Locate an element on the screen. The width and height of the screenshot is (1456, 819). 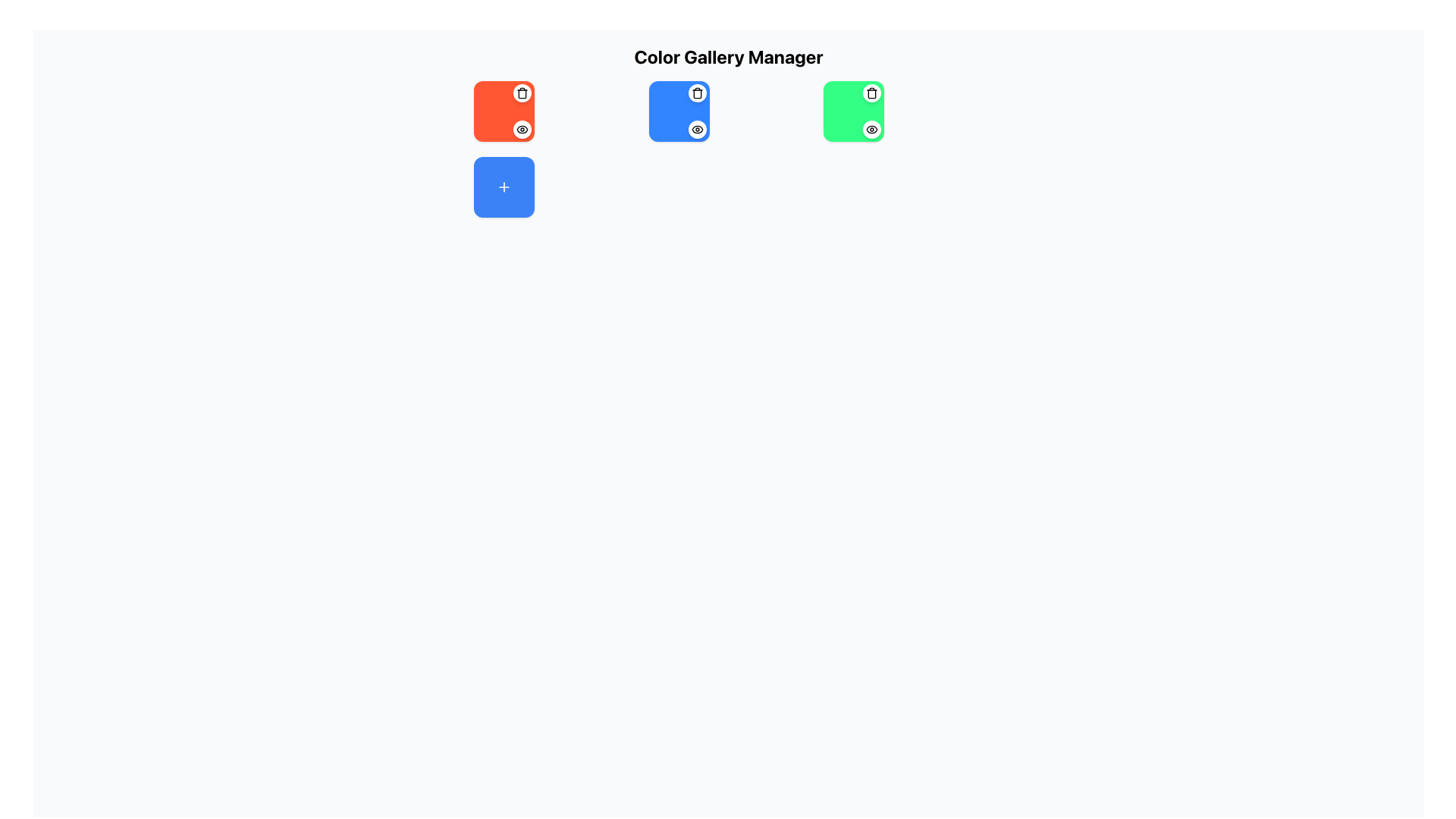
the 'view' button icon located at the bottom-right corner of the red square tile in the top-left area of the interface is located at coordinates (522, 128).